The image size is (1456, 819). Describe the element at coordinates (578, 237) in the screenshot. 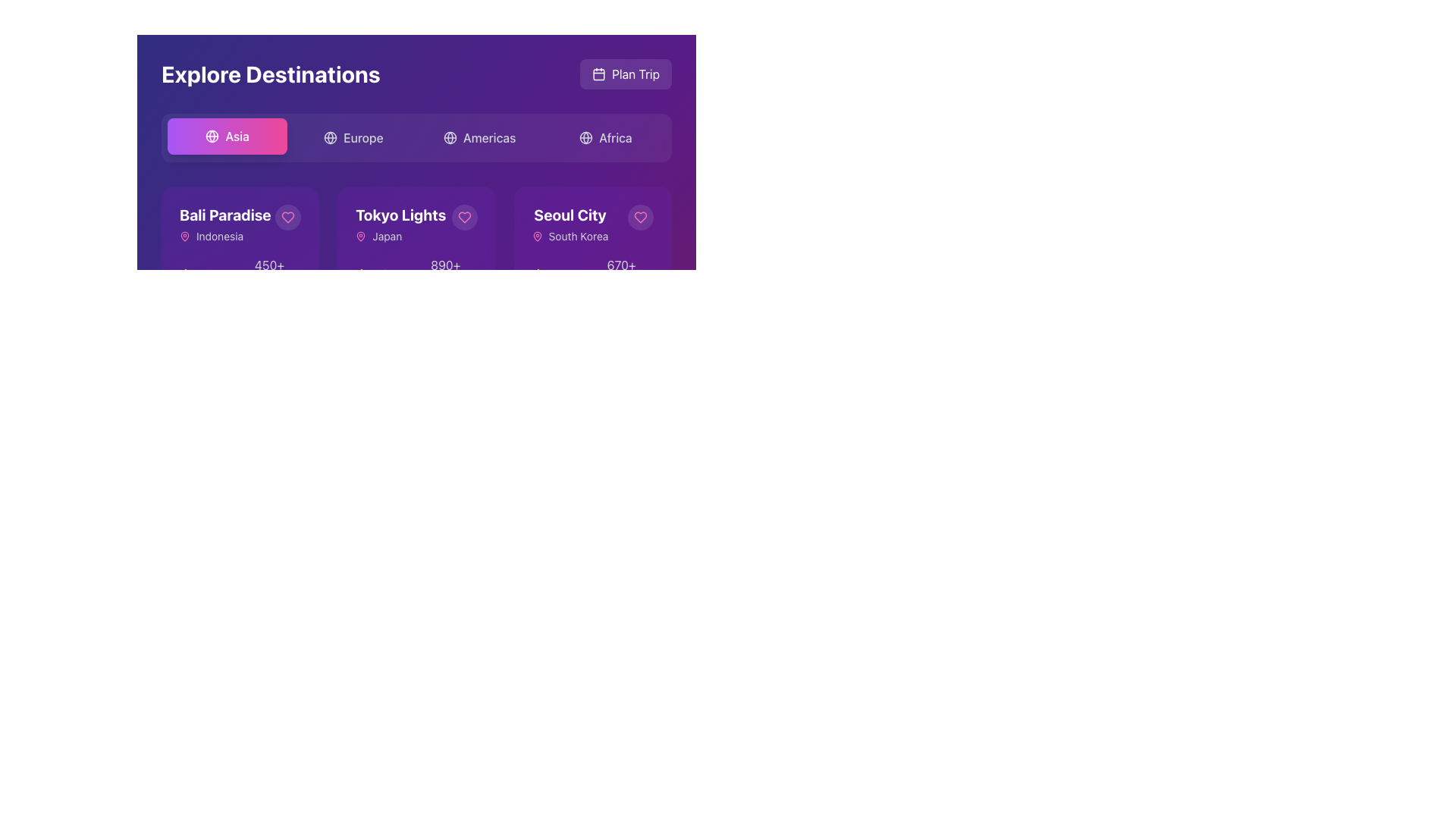

I see `text labeled 'South Korea' which is styled in gray color and small font, located in the bottom-left section of the 'Seoul City' card, adjacent to a map pin icon` at that location.